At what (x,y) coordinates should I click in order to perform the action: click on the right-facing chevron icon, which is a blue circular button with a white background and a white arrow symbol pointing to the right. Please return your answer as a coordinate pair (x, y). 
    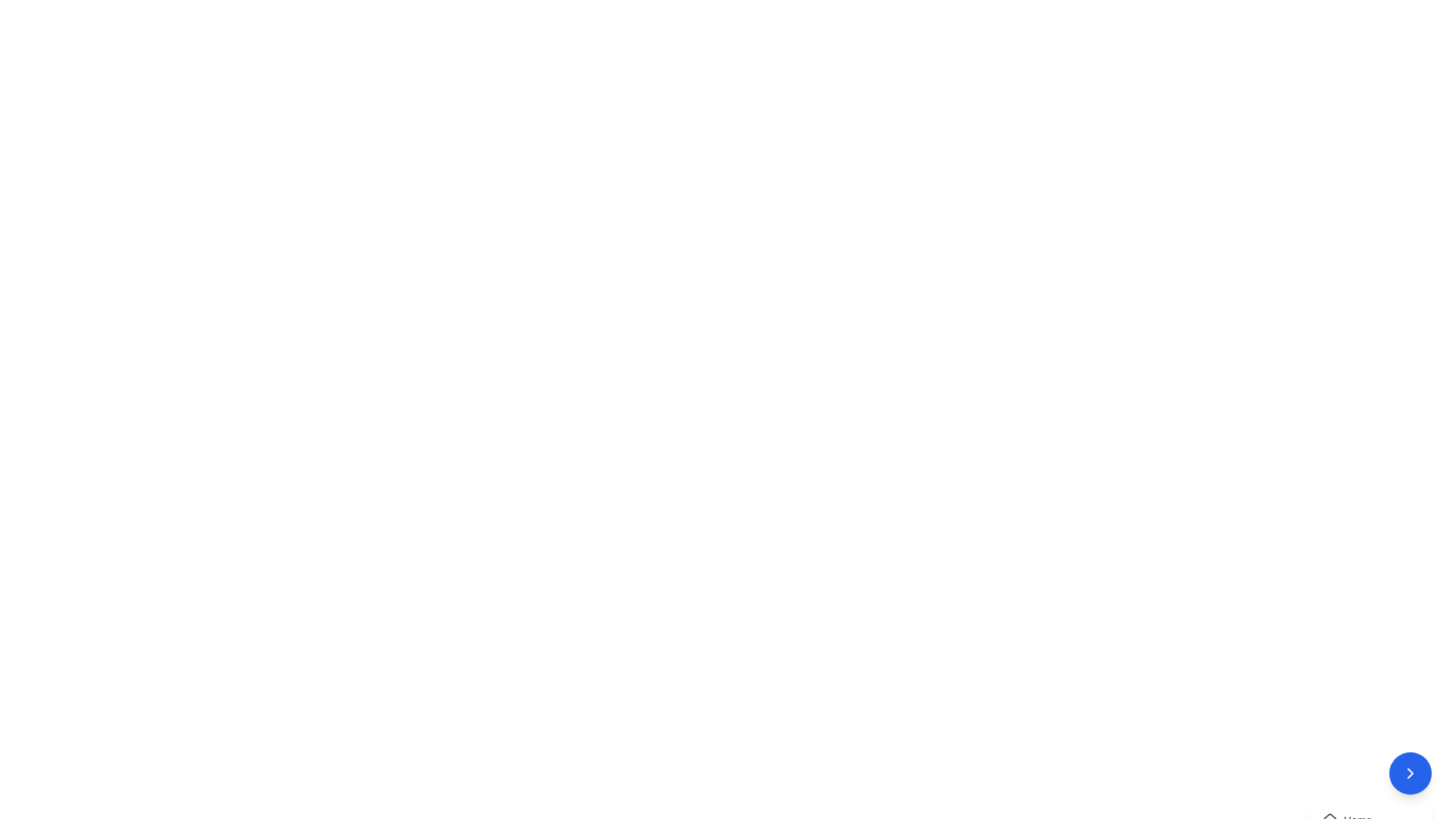
    Looking at the image, I should click on (1410, 773).